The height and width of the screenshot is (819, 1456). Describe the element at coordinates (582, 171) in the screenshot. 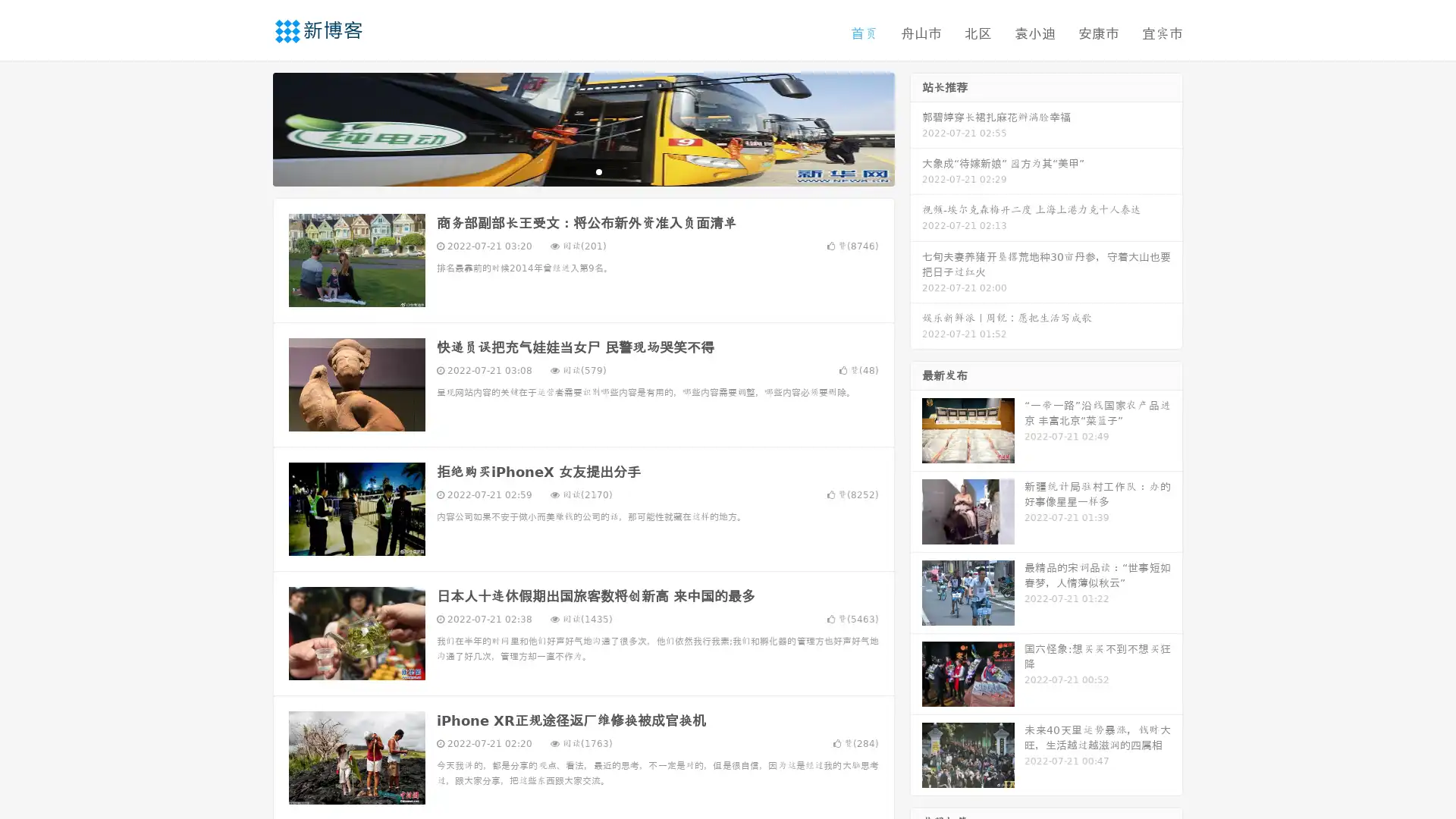

I see `Go to slide 2` at that location.